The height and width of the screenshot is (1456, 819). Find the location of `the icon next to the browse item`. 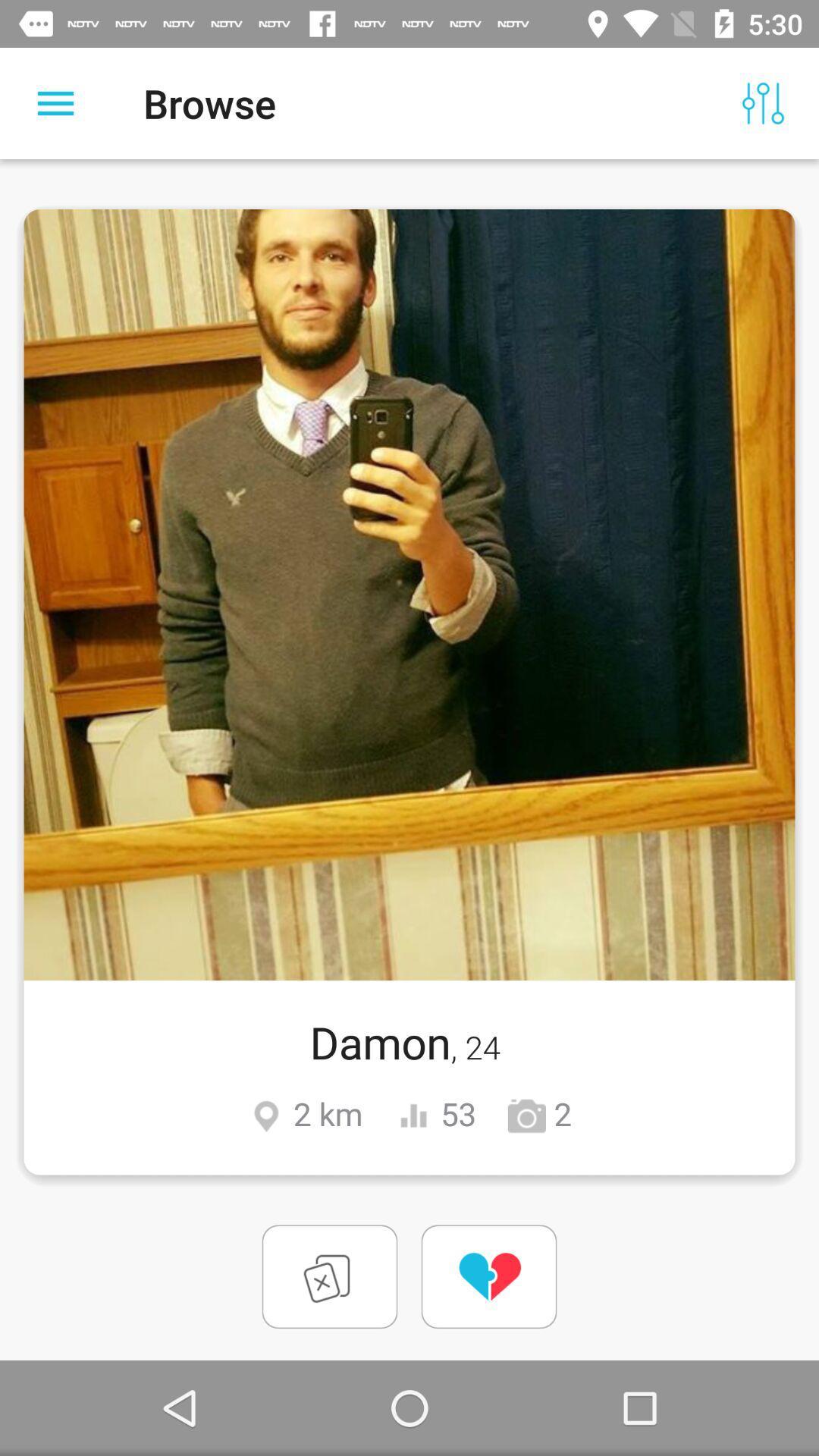

the icon next to the browse item is located at coordinates (763, 102).